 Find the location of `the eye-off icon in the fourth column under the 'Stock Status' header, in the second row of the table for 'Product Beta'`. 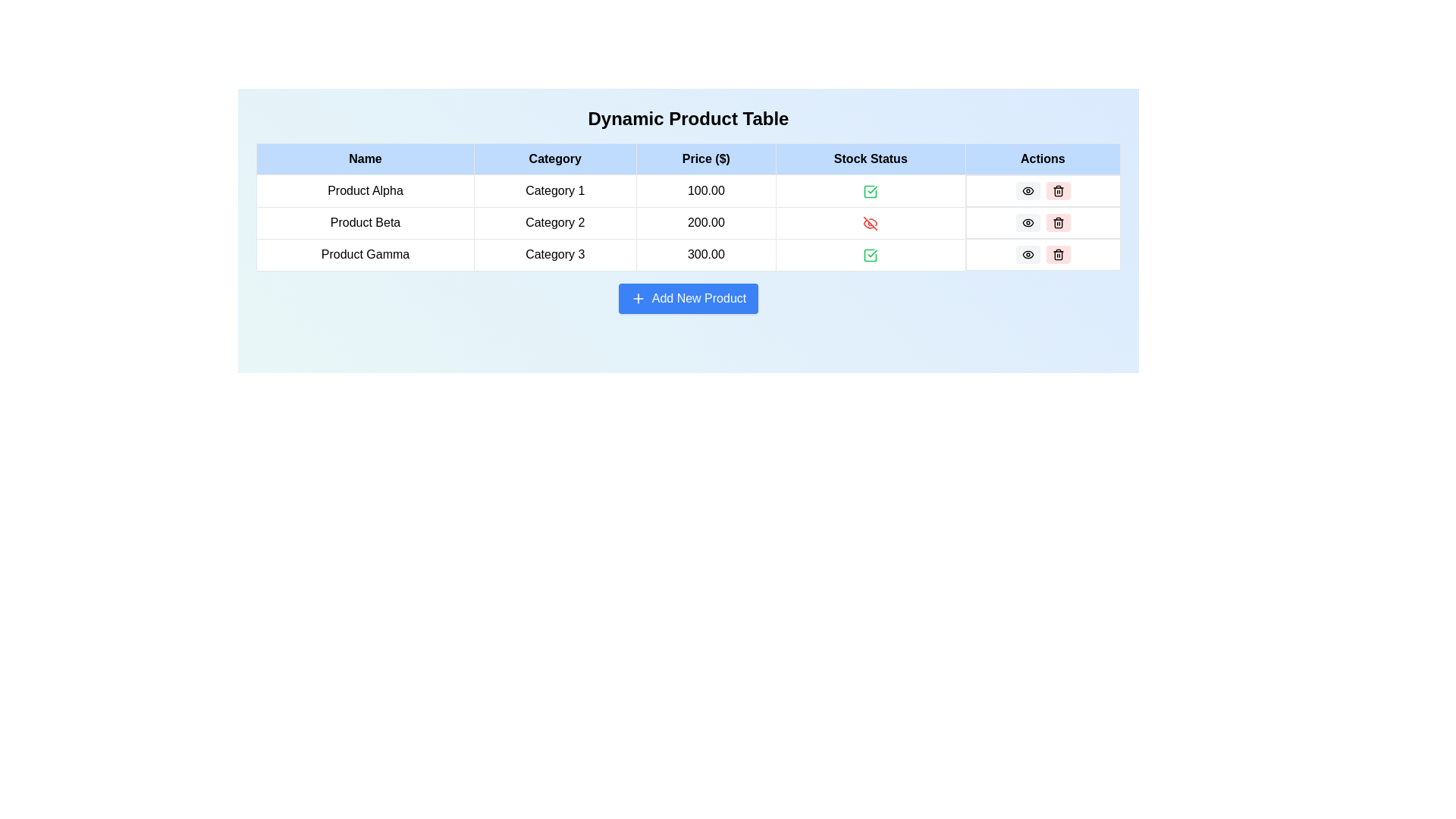

the eye-off icon in the fourth column under the 'Stock Status' header, in the second row of the table for 'Product Beta' is located at coordinates (871, 222).